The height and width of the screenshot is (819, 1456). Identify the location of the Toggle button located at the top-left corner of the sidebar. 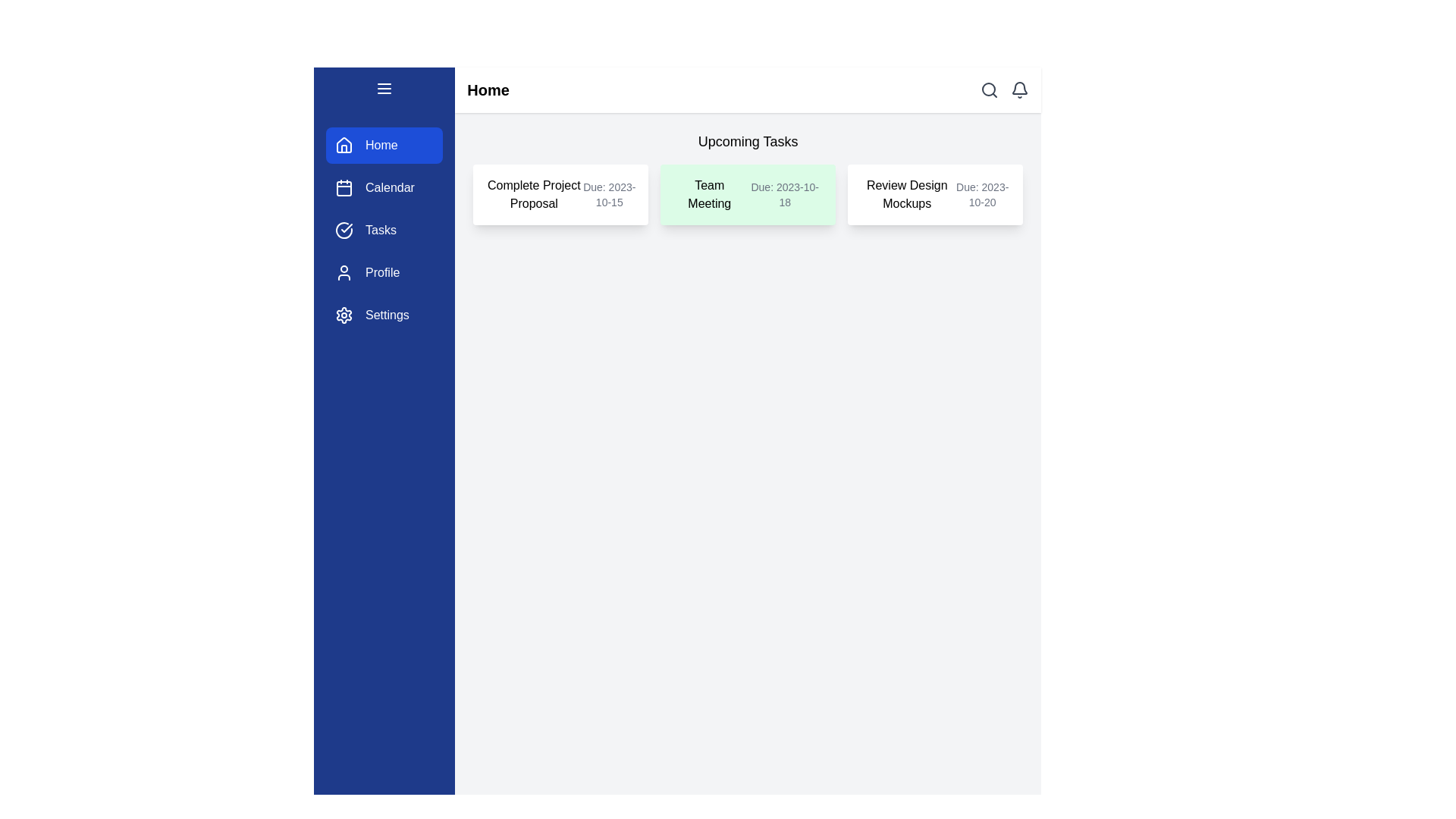
(384, 88).